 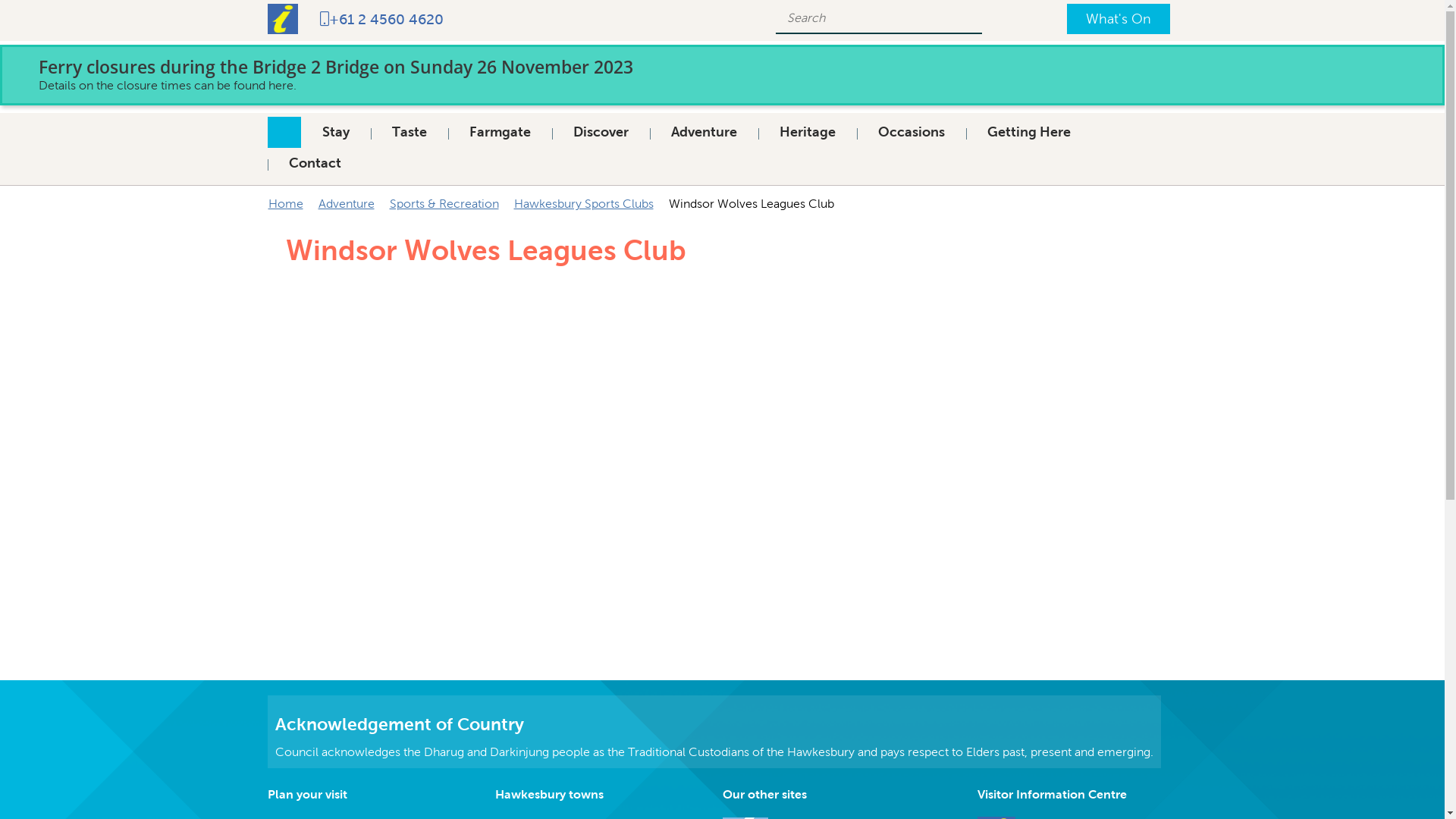 What do you see at coordinates (286, 202) in the screenshot?
I see `'Home'` at bounding box center [286, 202].